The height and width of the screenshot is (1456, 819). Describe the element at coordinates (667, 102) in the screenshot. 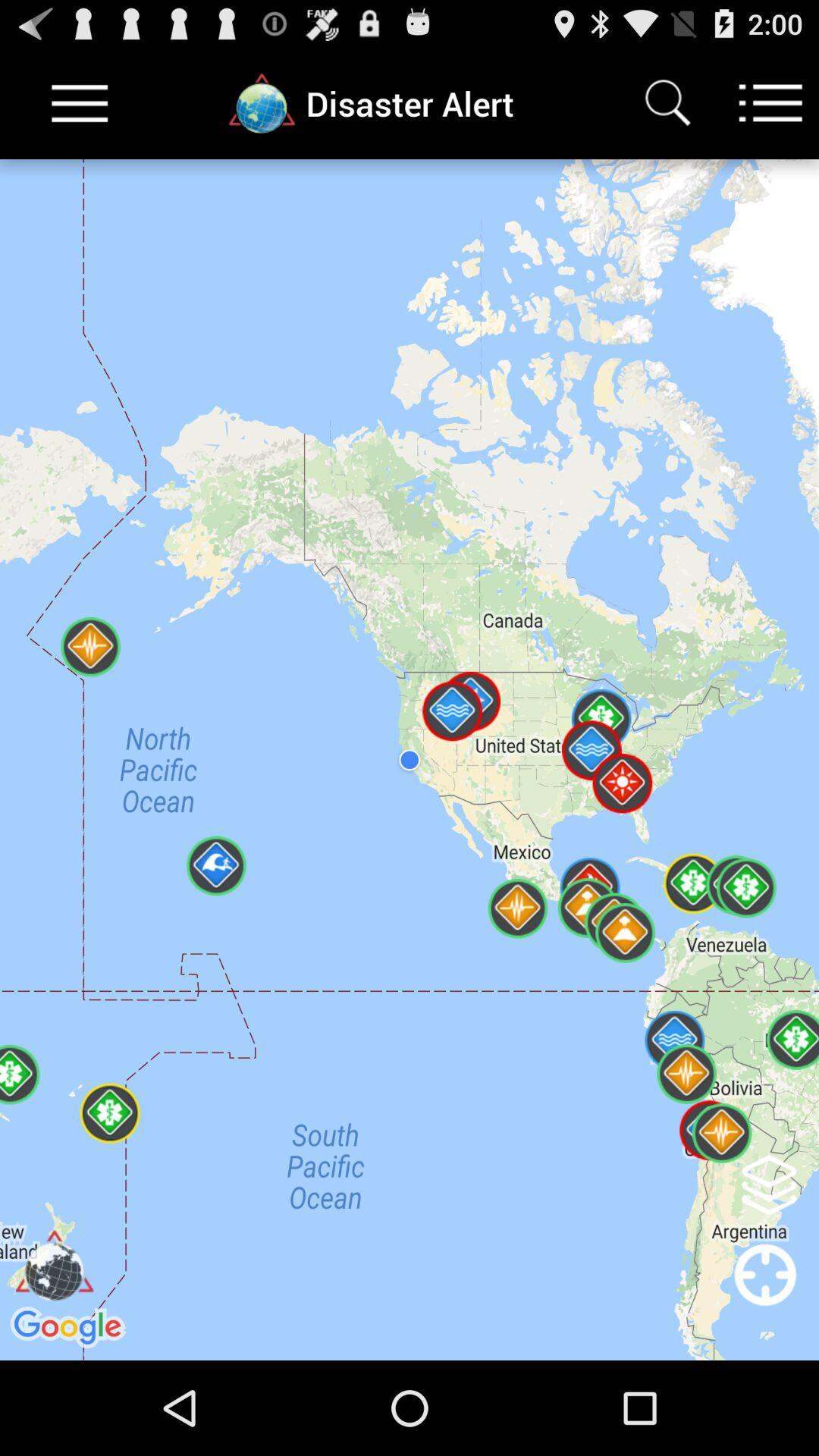

I see `item next to the disaster alert item` at that location.